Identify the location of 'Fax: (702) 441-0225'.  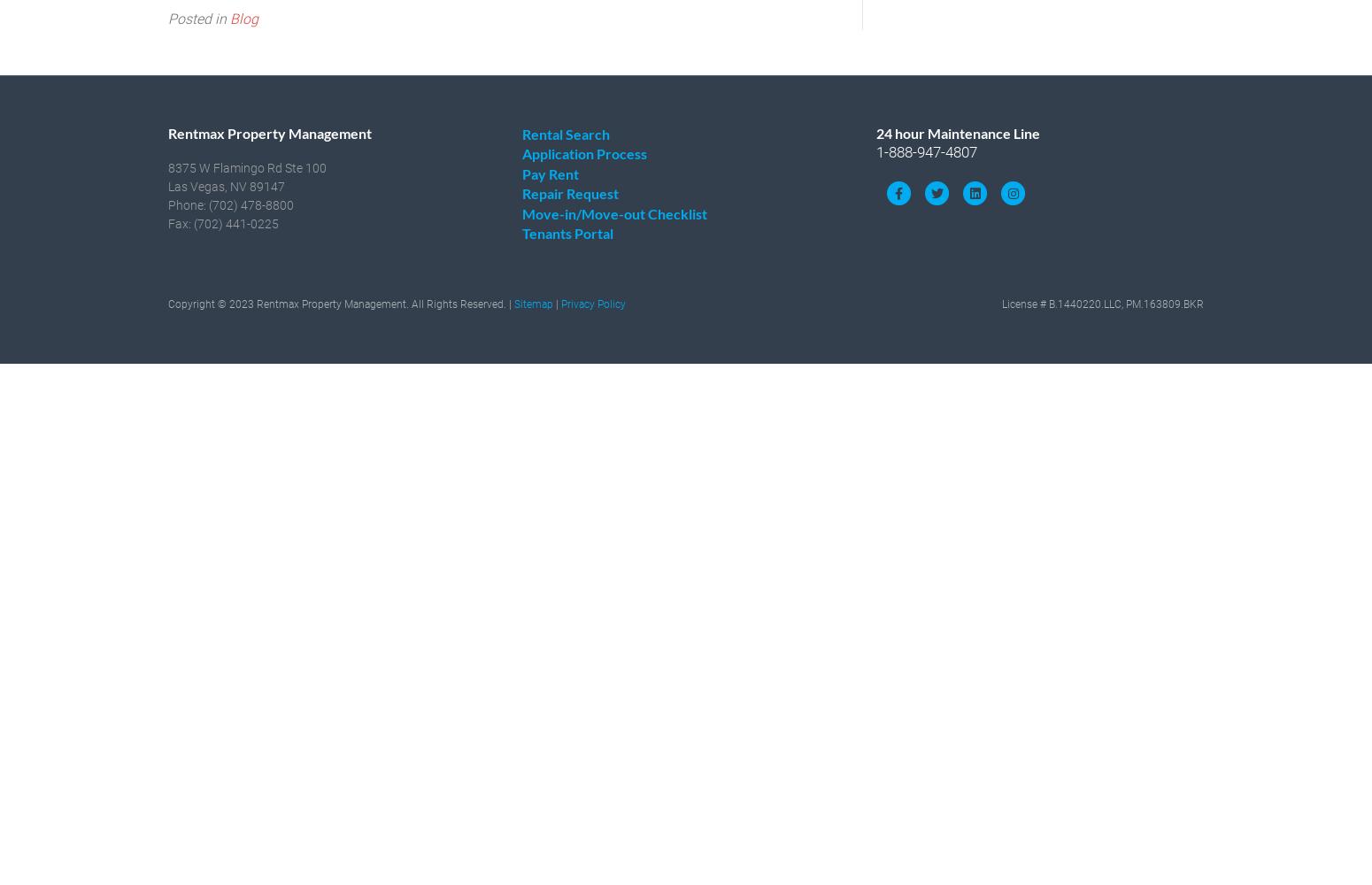
(223, 223).